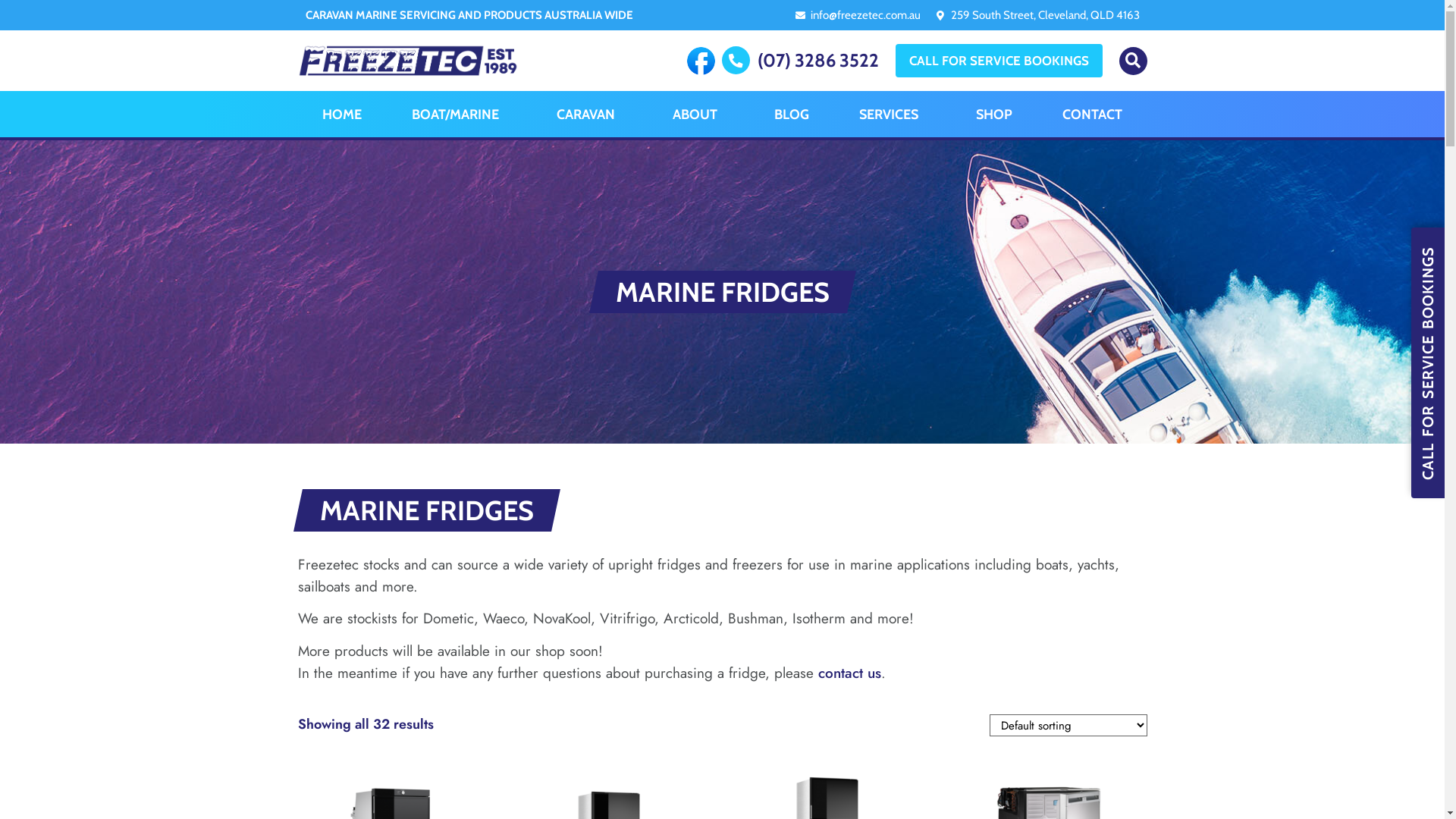 The image size is (1456, 819). What do you see at coordinates (848, 672) in the screenshot?
I see `'contact us'` at bounding box center [848, 672].